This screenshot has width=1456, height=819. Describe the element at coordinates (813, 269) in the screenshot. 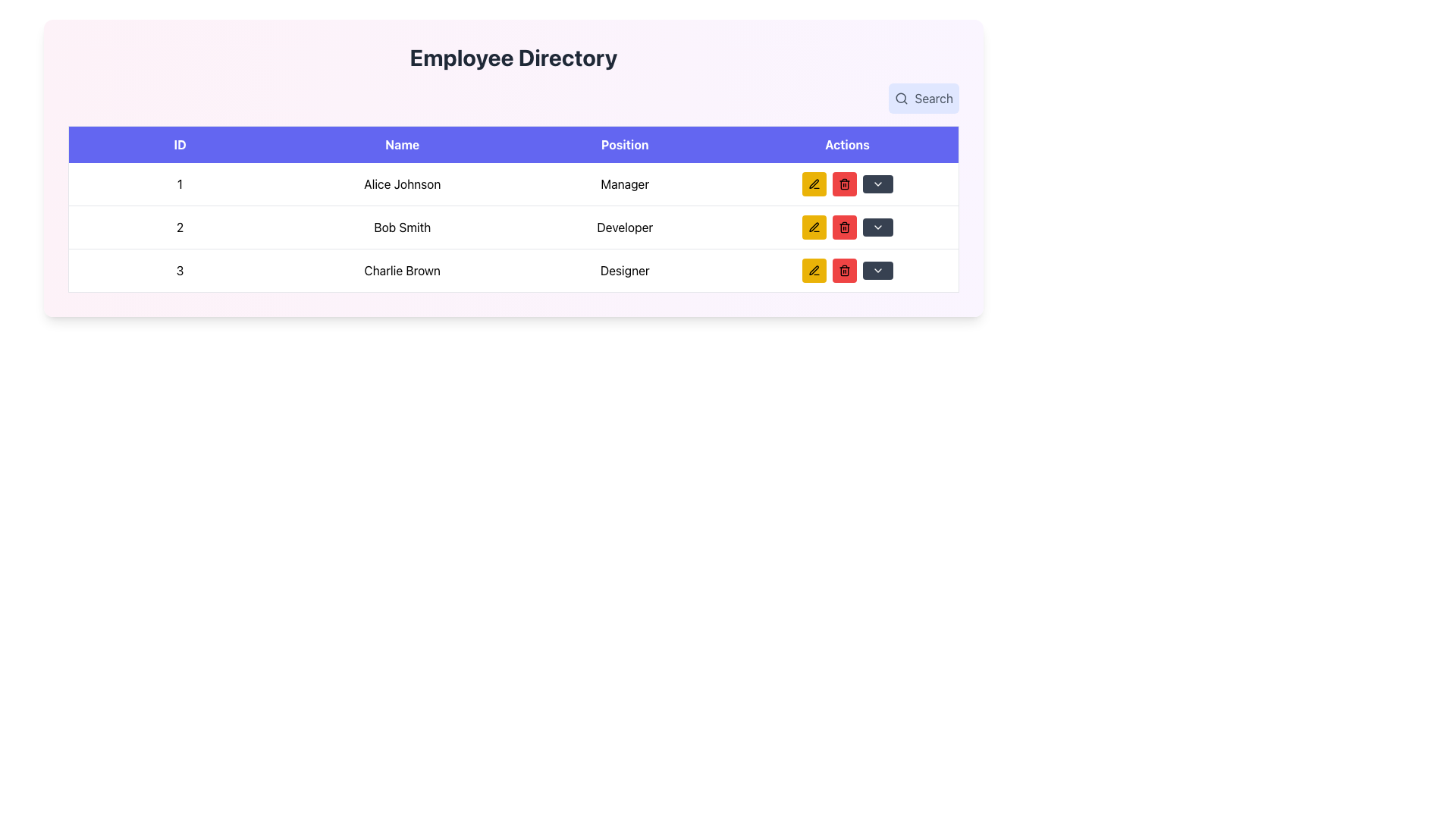

I see `the pen-like icon button with a yellow background in the actions section for employee 'Bob Smith'` at that location.